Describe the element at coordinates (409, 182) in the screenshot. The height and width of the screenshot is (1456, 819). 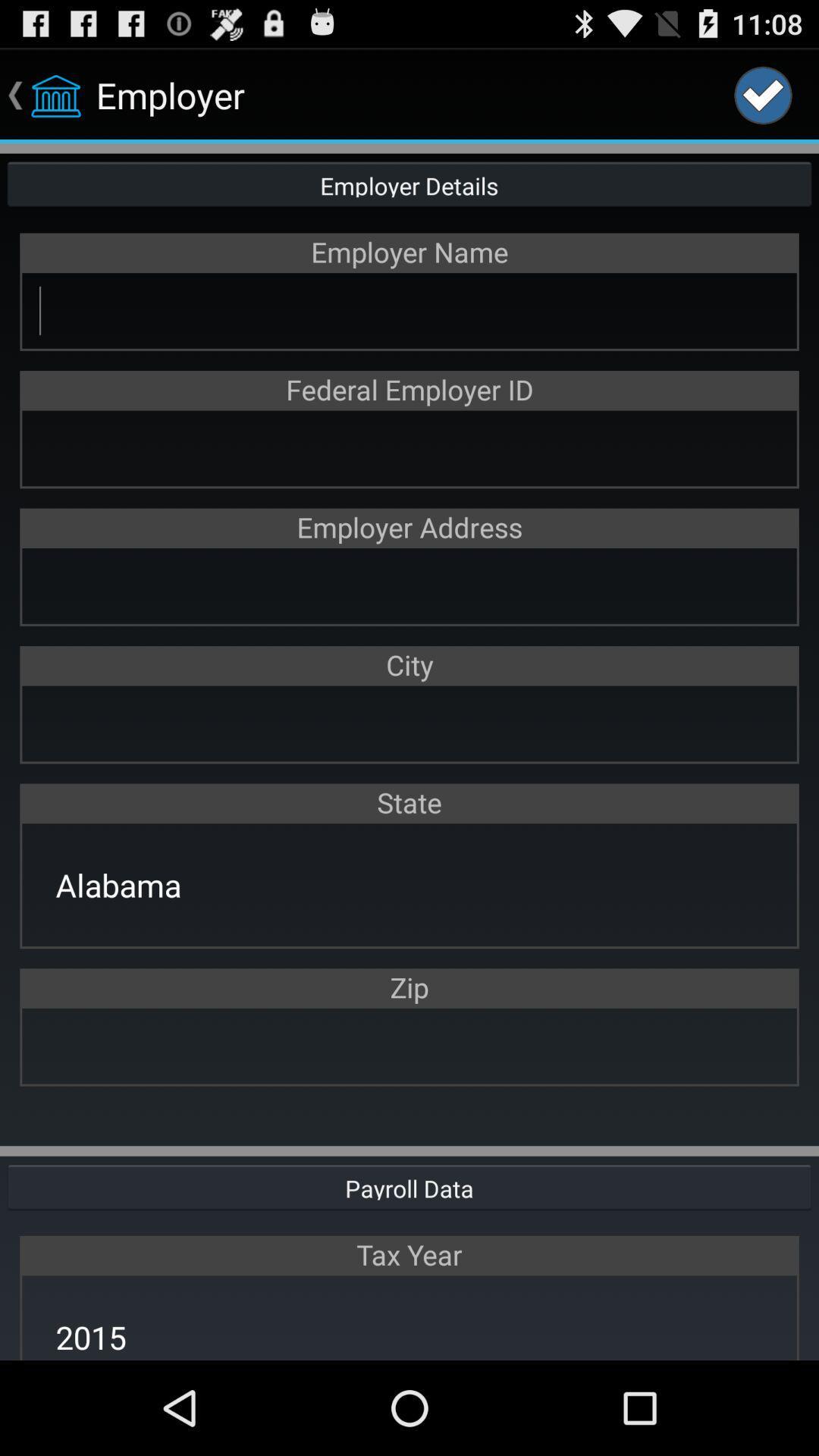
I see `employer details icon` at that location.